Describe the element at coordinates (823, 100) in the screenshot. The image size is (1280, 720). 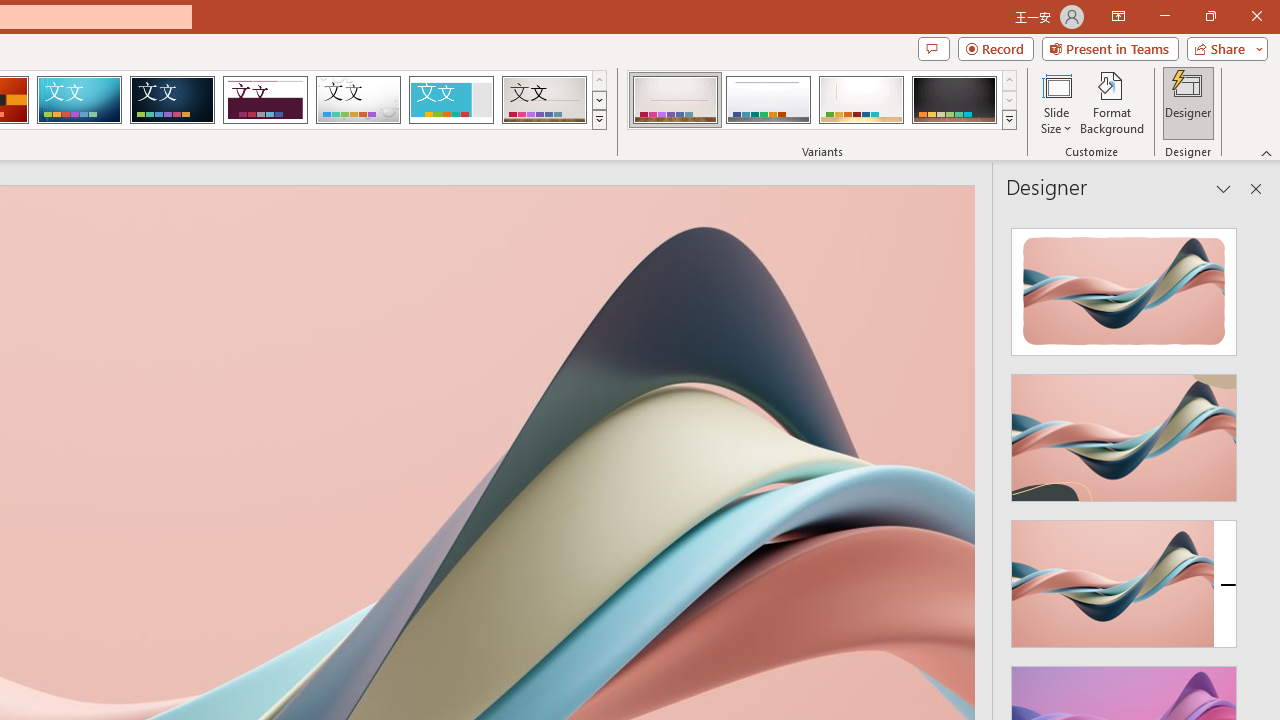
I see `'AutomationID: ThemeVariantsGallery'` at that location.